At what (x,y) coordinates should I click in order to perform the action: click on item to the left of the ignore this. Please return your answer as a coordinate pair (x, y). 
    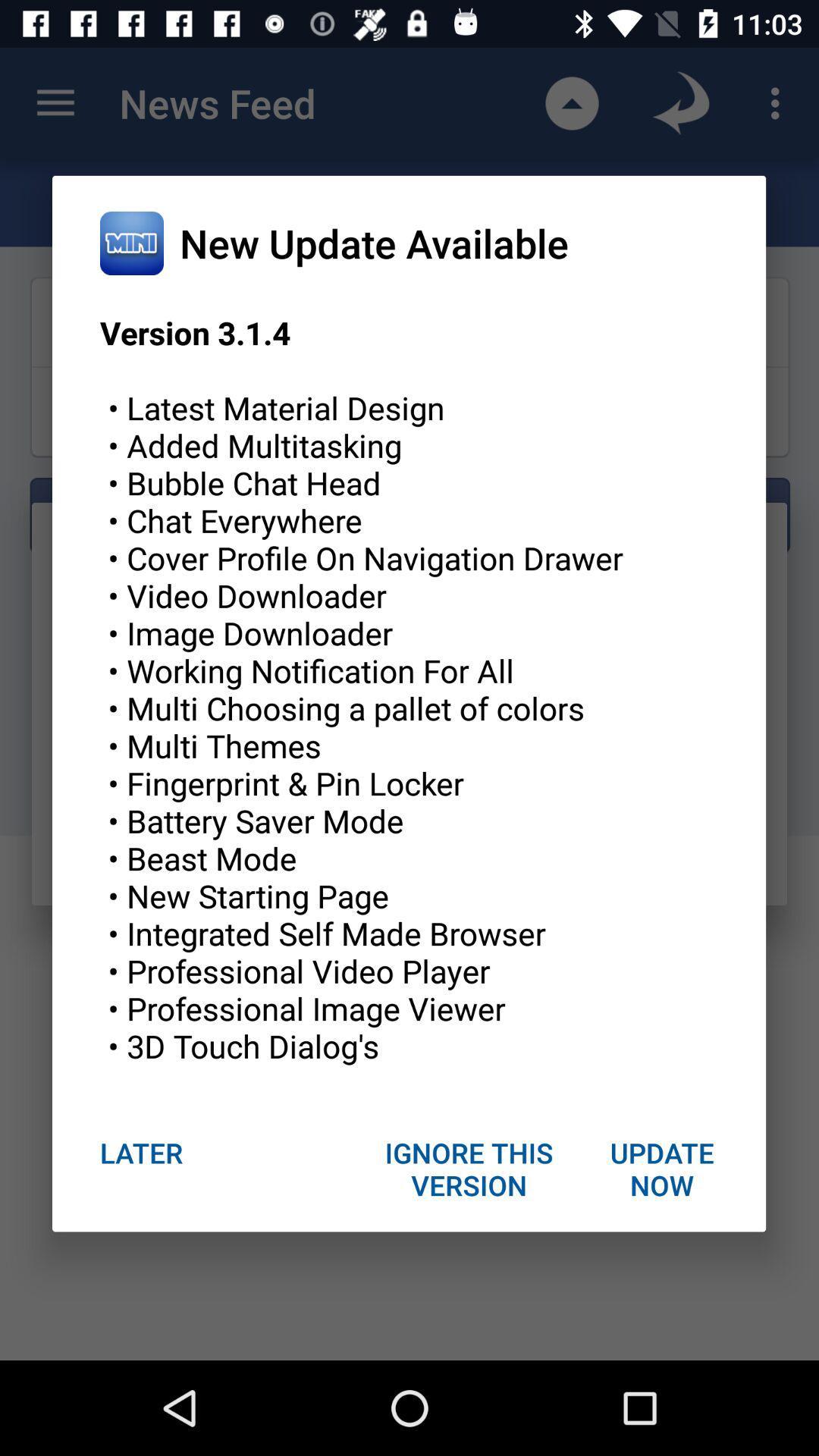
    Looking at the image, I should click on (141, 1153).